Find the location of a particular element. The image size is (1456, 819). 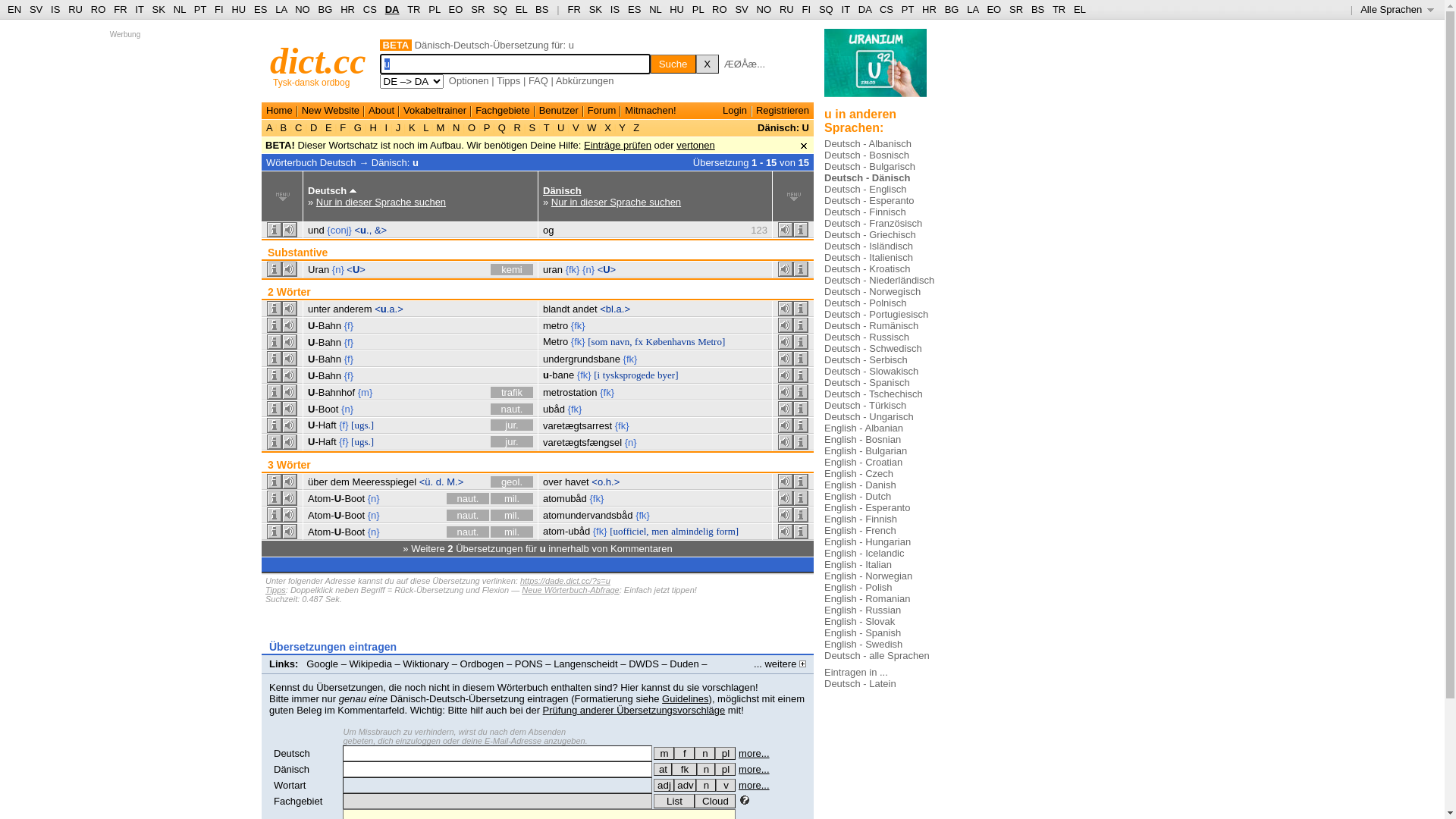

'Wikipedia' is located at coordinates (371, 663).